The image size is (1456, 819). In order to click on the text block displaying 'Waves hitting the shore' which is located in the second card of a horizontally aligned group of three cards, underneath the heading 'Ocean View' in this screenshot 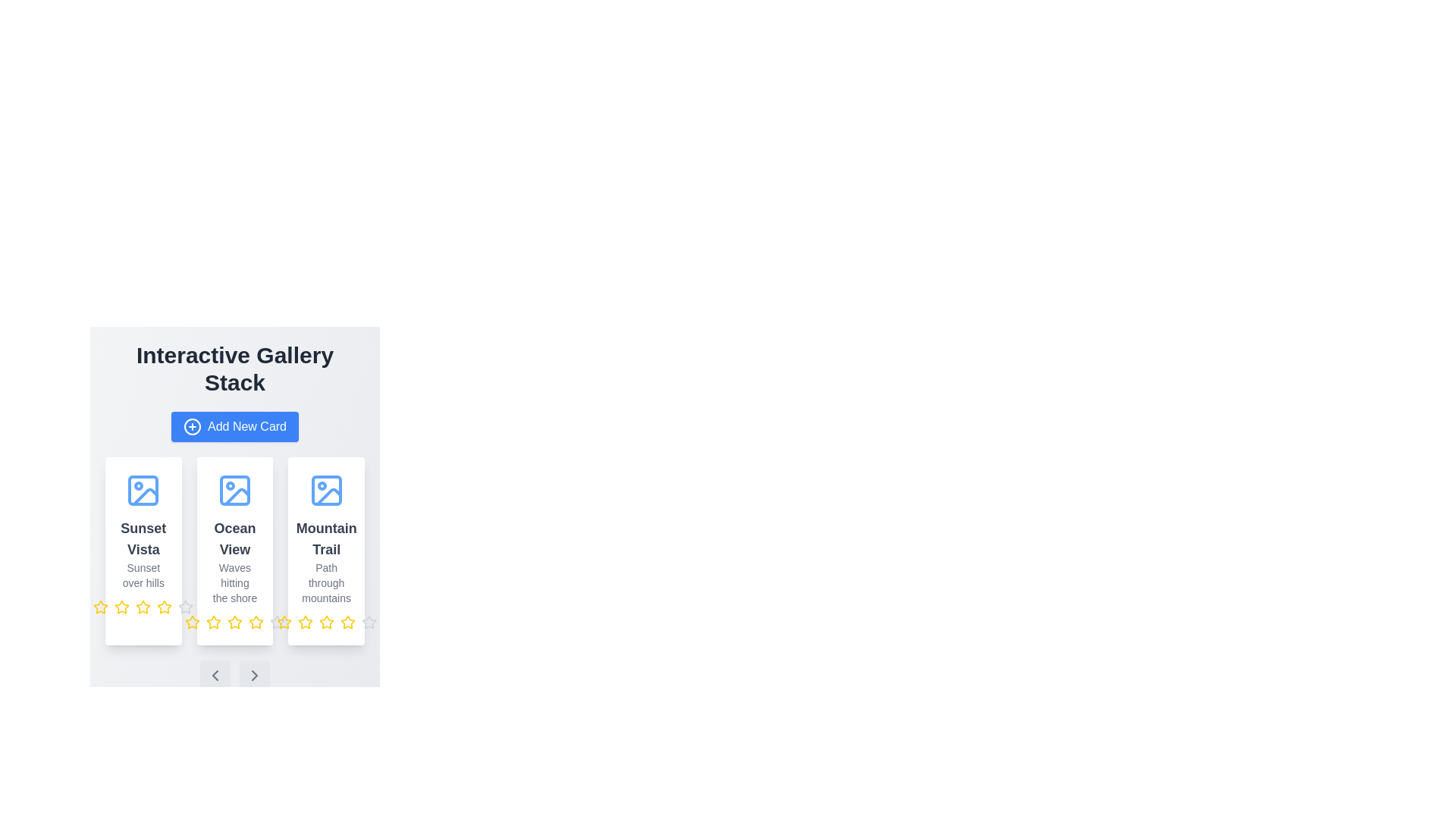, I will do `click(234, 582)`.